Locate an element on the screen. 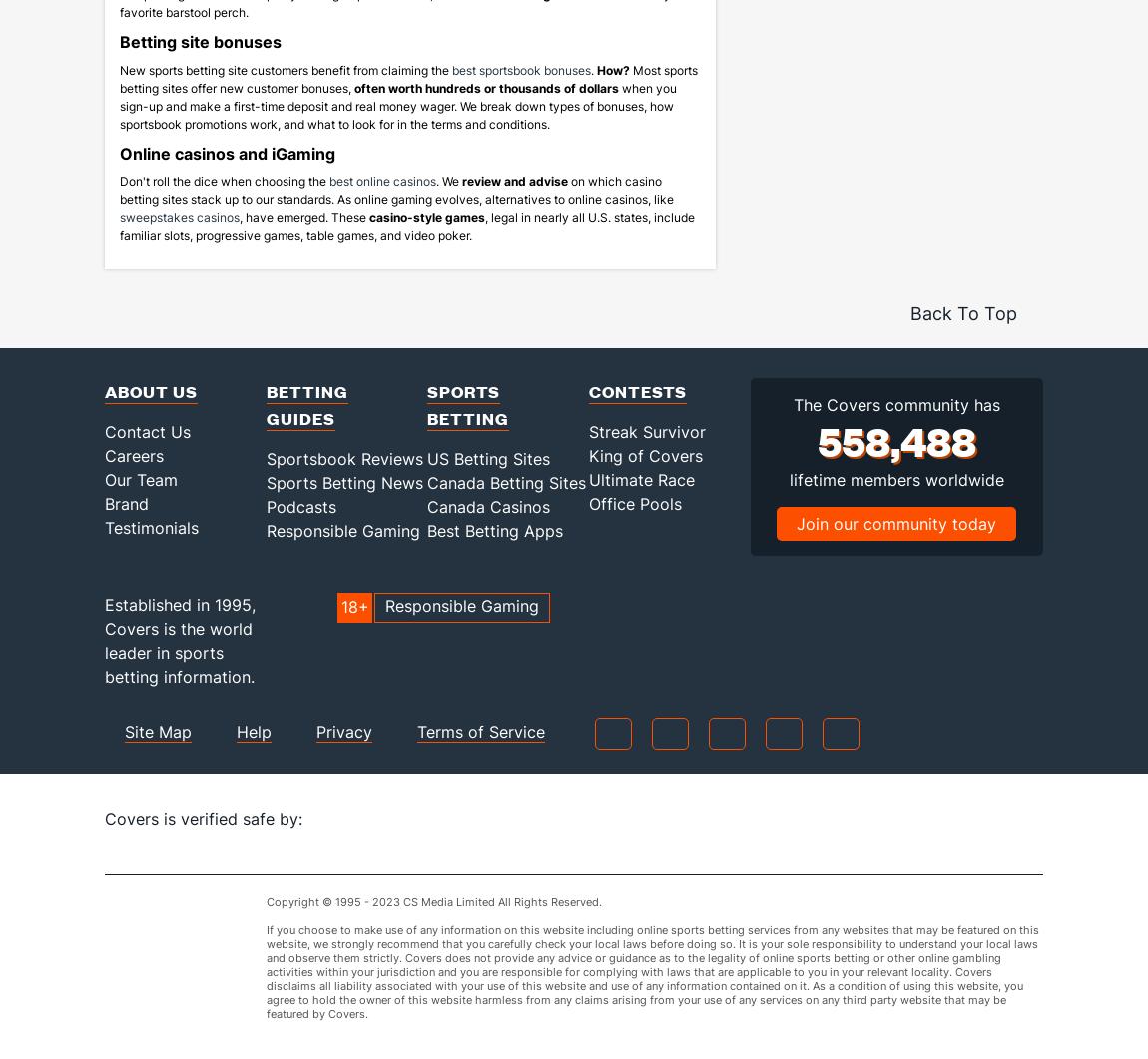 The height and width of the screenshot is (1059, 1148). 'Established in 1995,' is located at coordinates (274, 628).